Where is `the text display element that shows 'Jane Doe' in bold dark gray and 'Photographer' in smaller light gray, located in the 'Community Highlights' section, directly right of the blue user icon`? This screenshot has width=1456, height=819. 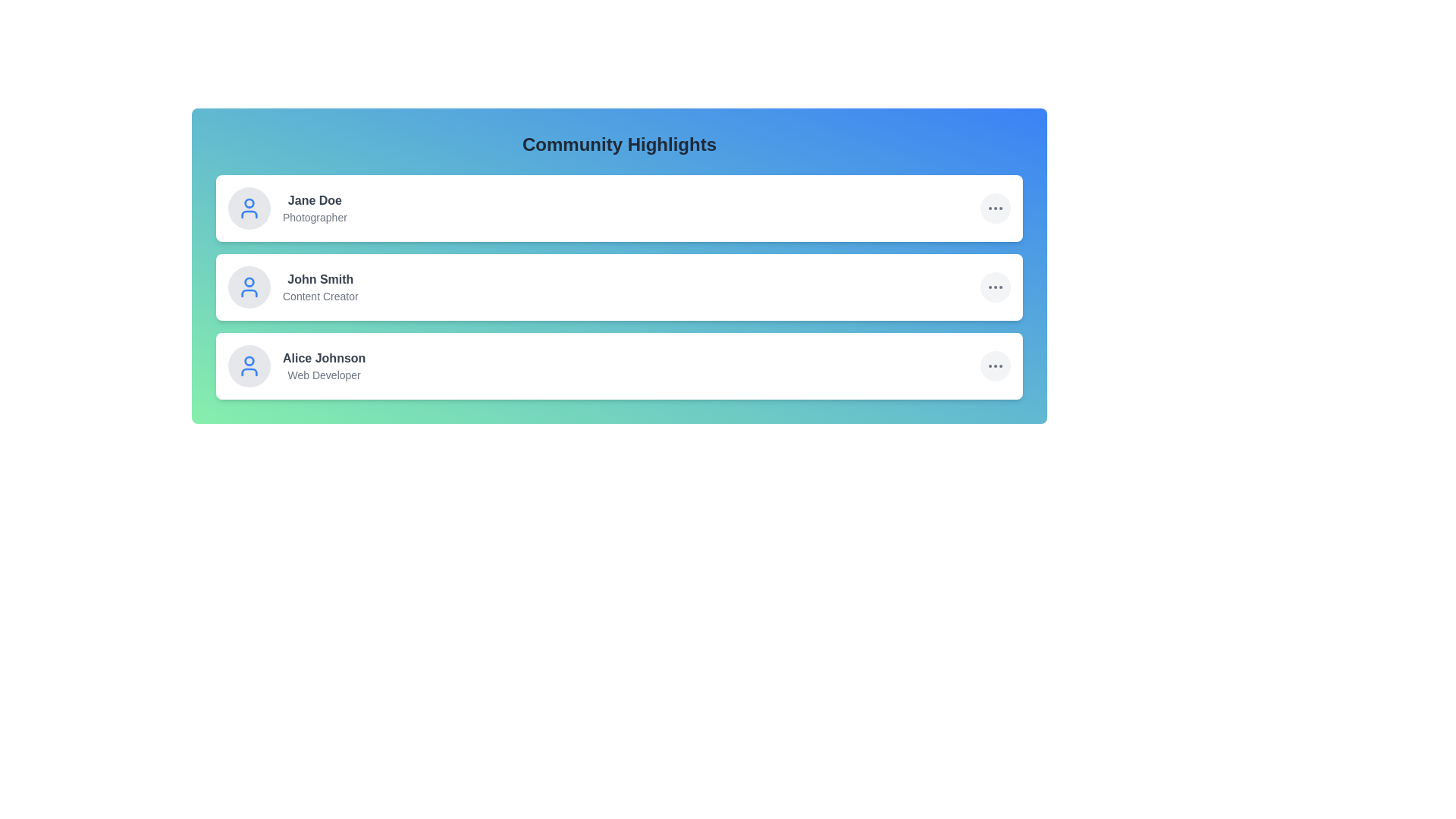
the text display element that shows 'Jane Doe' in bold dark gray and 'Photographer' in smaller light gray, located in the 'Community Highlights' section, directly right of the blue user icon is located at coordinates (314, 208).